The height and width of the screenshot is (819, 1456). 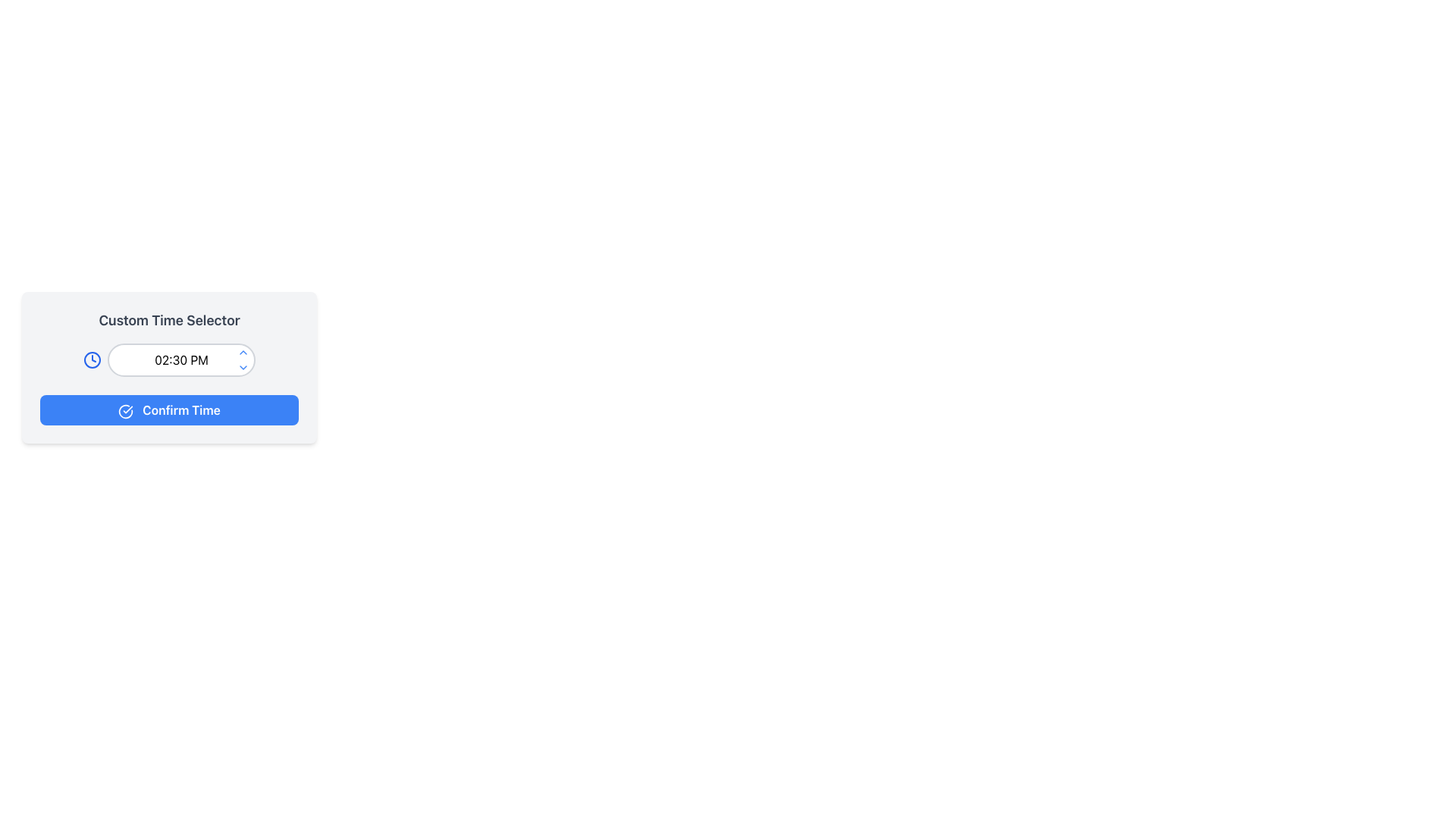 What do you see at coordinates (243, 359) in the screenshot?
I see `the downward arrow of the Time adjustment control to decrement the time value displayed in the associated input field` at bounding box center [243, 359].